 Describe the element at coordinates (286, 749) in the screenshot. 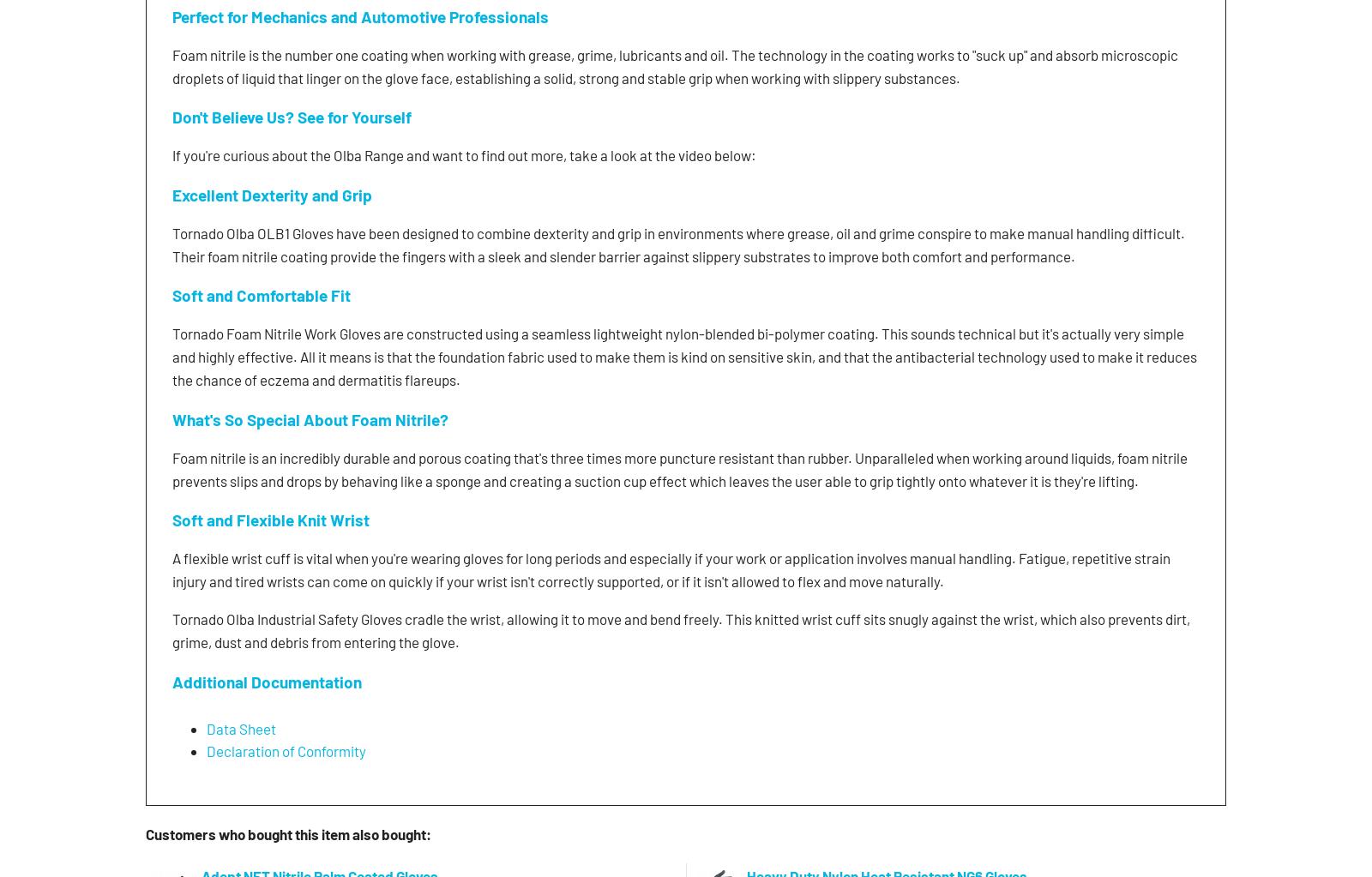

I see `'Declaration of Conformity'` at that location.